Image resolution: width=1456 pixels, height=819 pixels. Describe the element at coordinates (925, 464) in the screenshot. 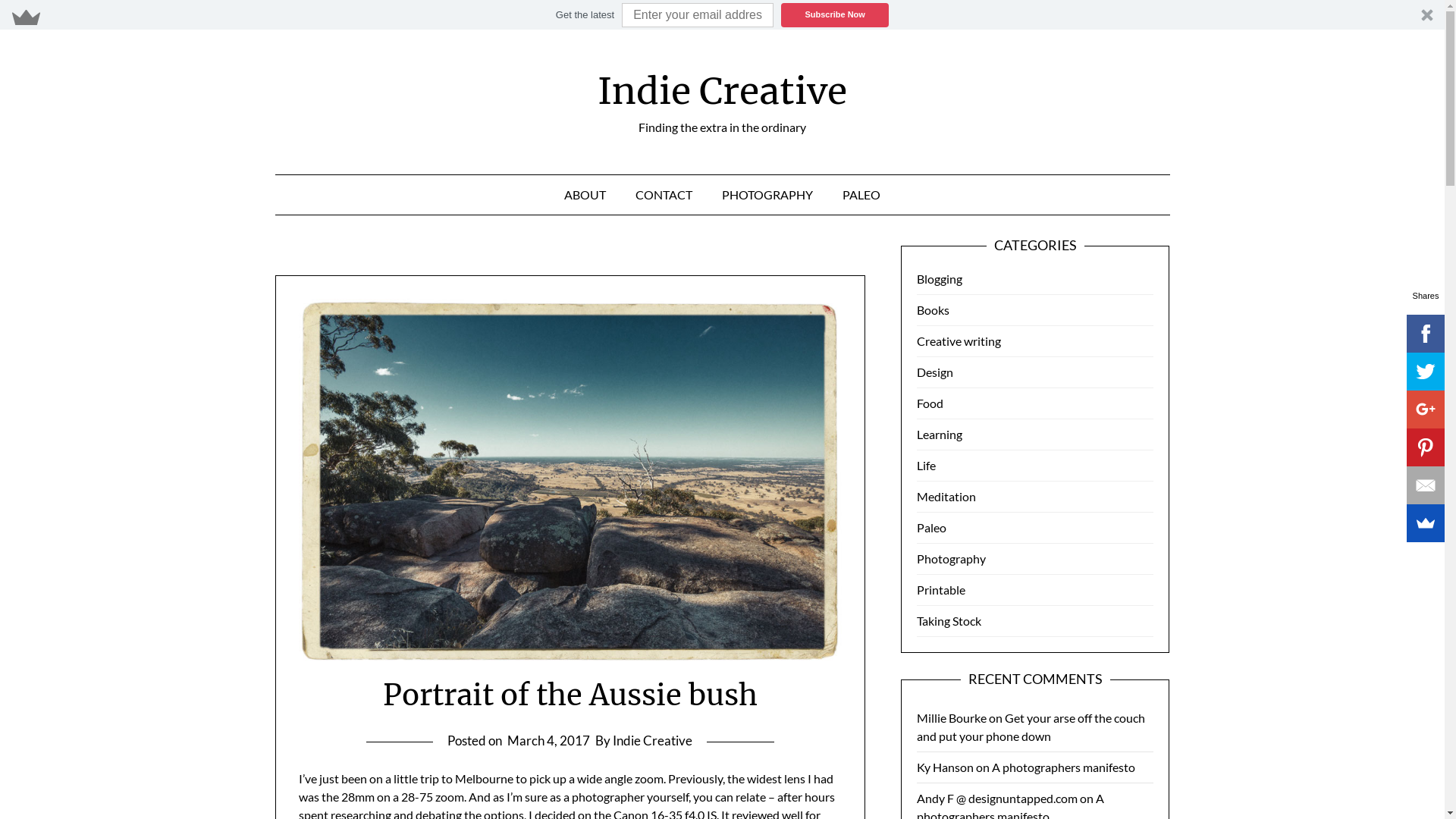

I see `'Life'` at that location.